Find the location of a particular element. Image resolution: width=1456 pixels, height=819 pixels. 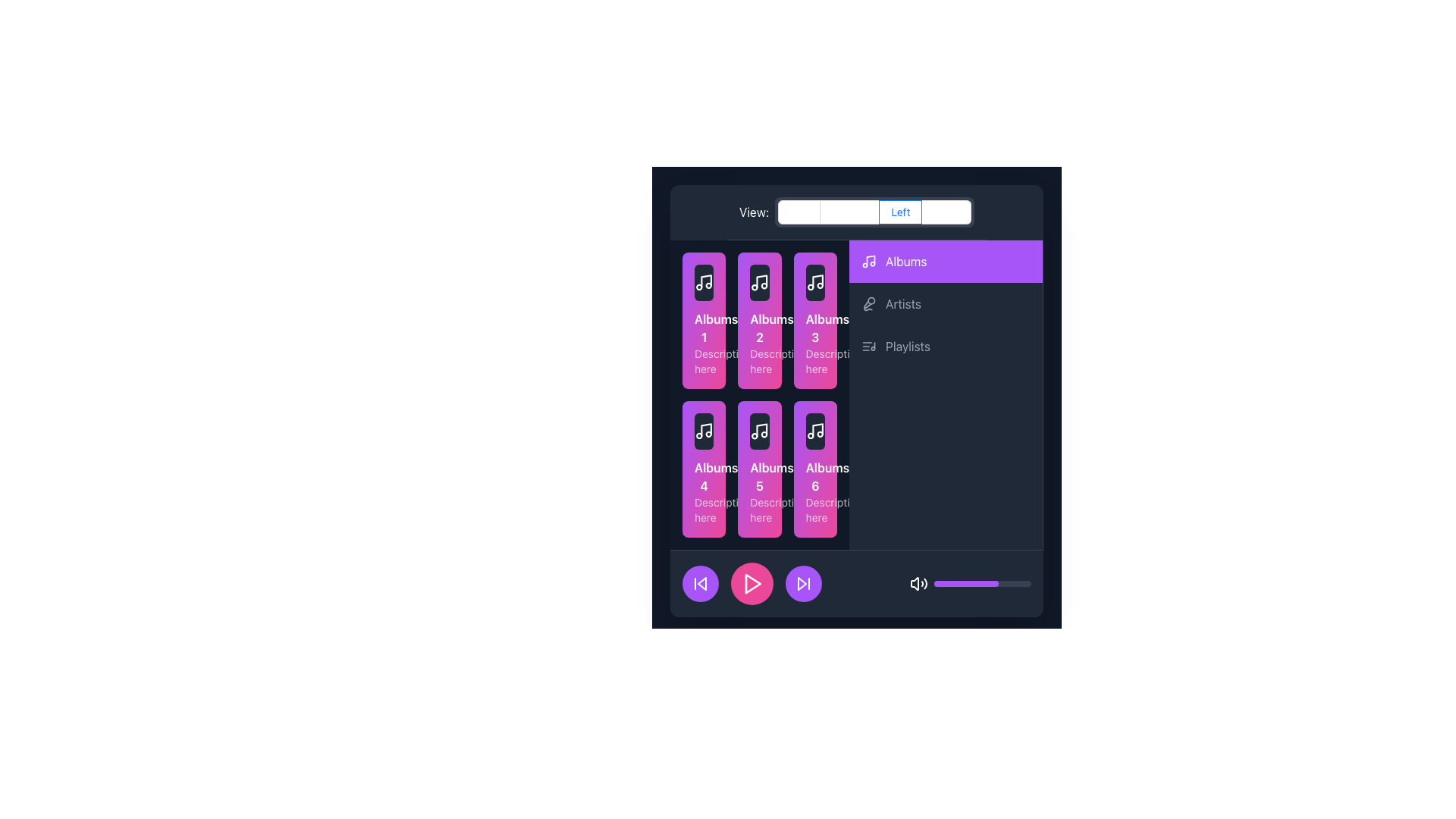

text content of the label displaying 'Albums 4', which is located in the second row, first column of the grid layout in the left panel, part of a colorful card with a gradient from purple to pink is located at coordinates (703, 475).